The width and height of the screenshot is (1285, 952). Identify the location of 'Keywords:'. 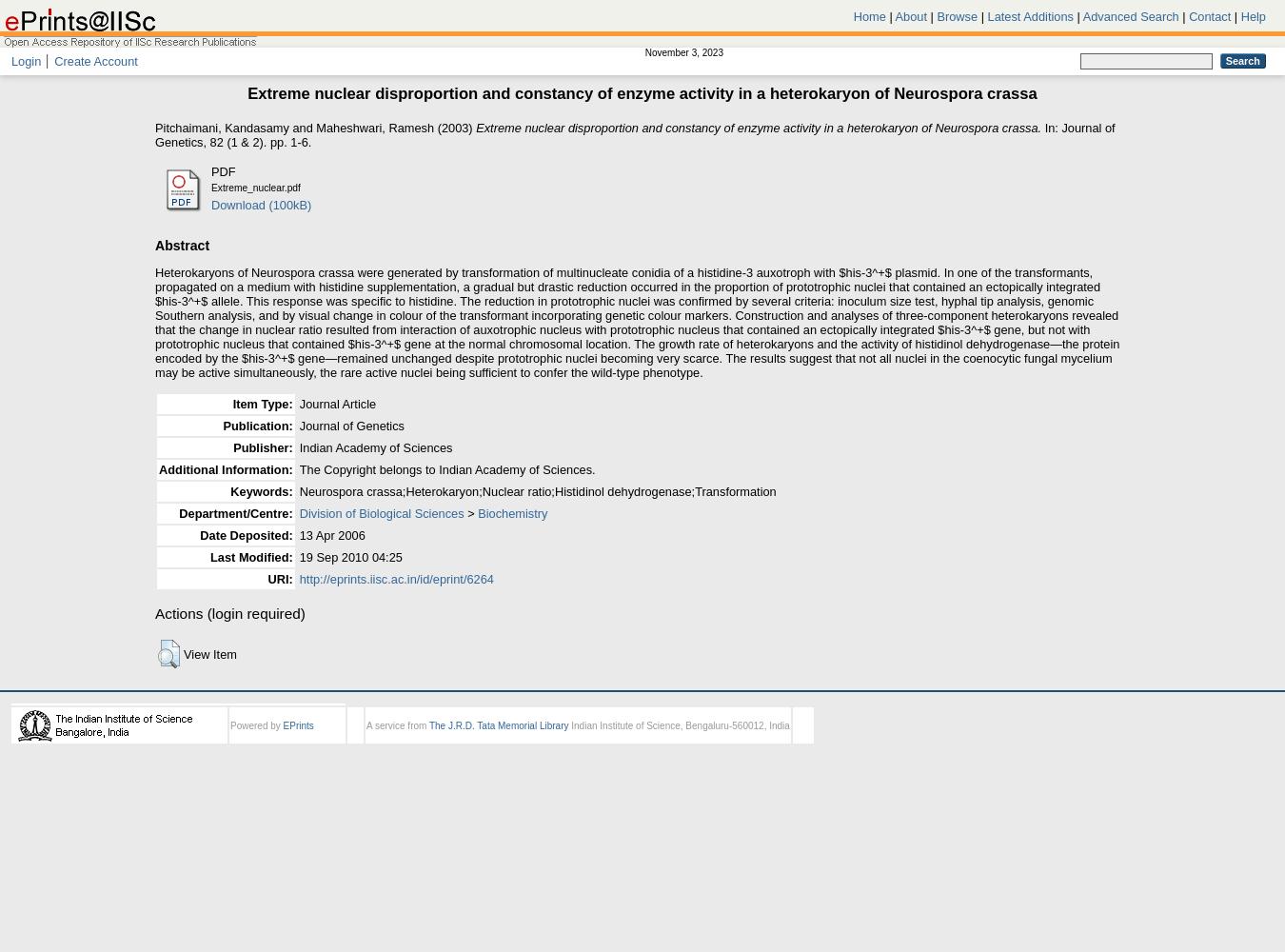
(260, 490).